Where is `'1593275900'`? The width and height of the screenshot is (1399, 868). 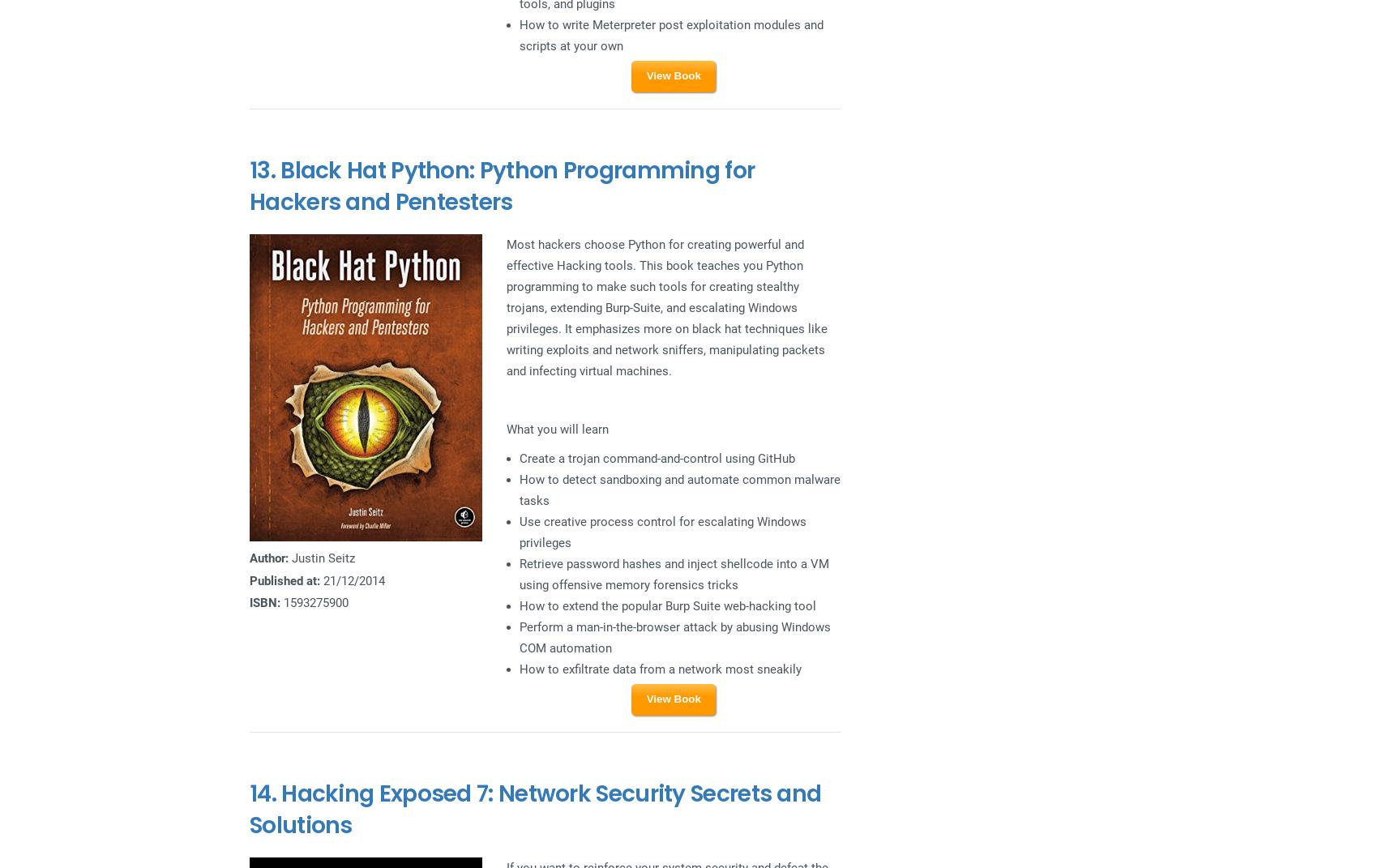
'1593275900' is located at coordinates (314, 603).